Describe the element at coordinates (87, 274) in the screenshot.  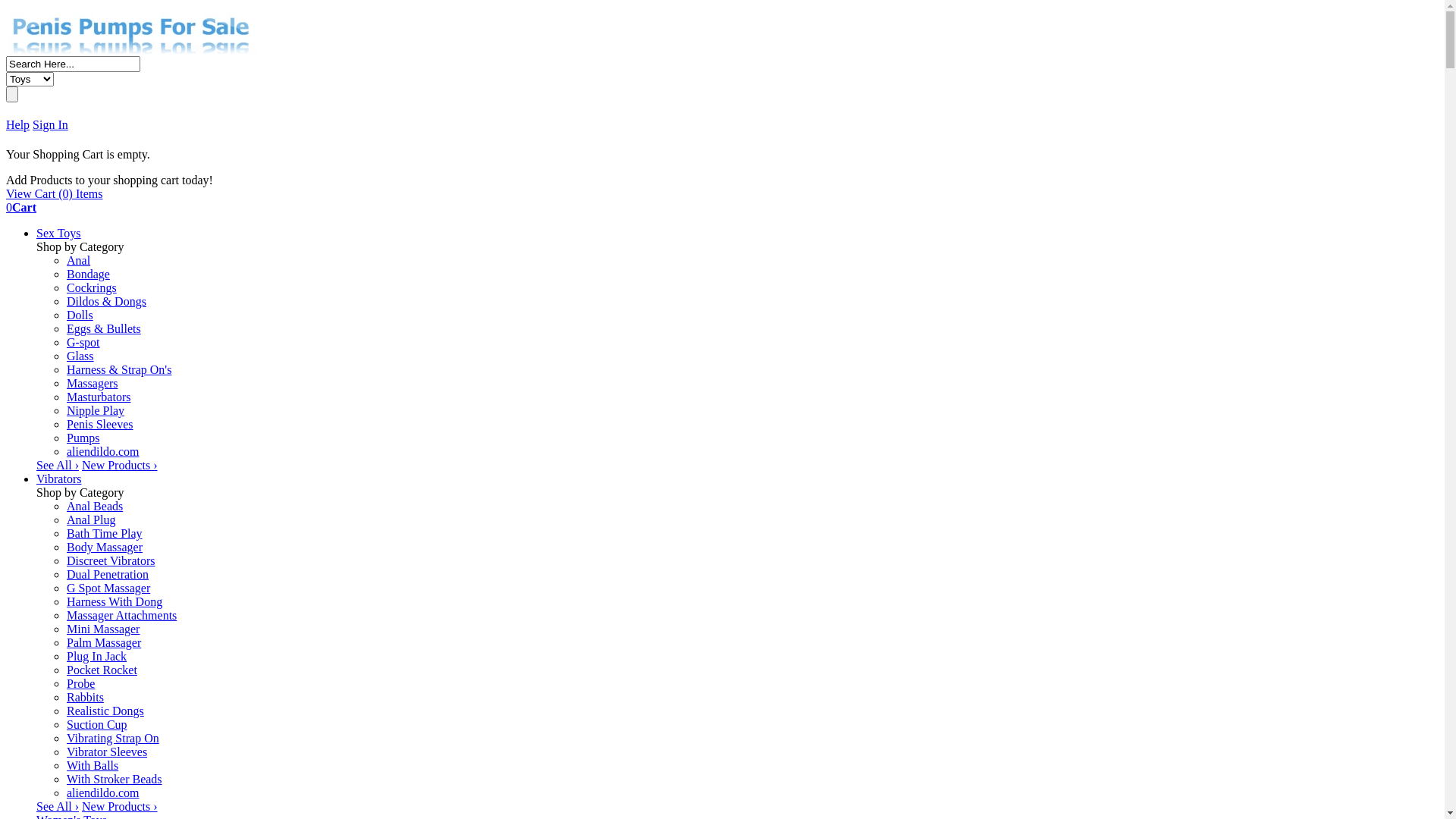
I see `'Bondage'` at that location.